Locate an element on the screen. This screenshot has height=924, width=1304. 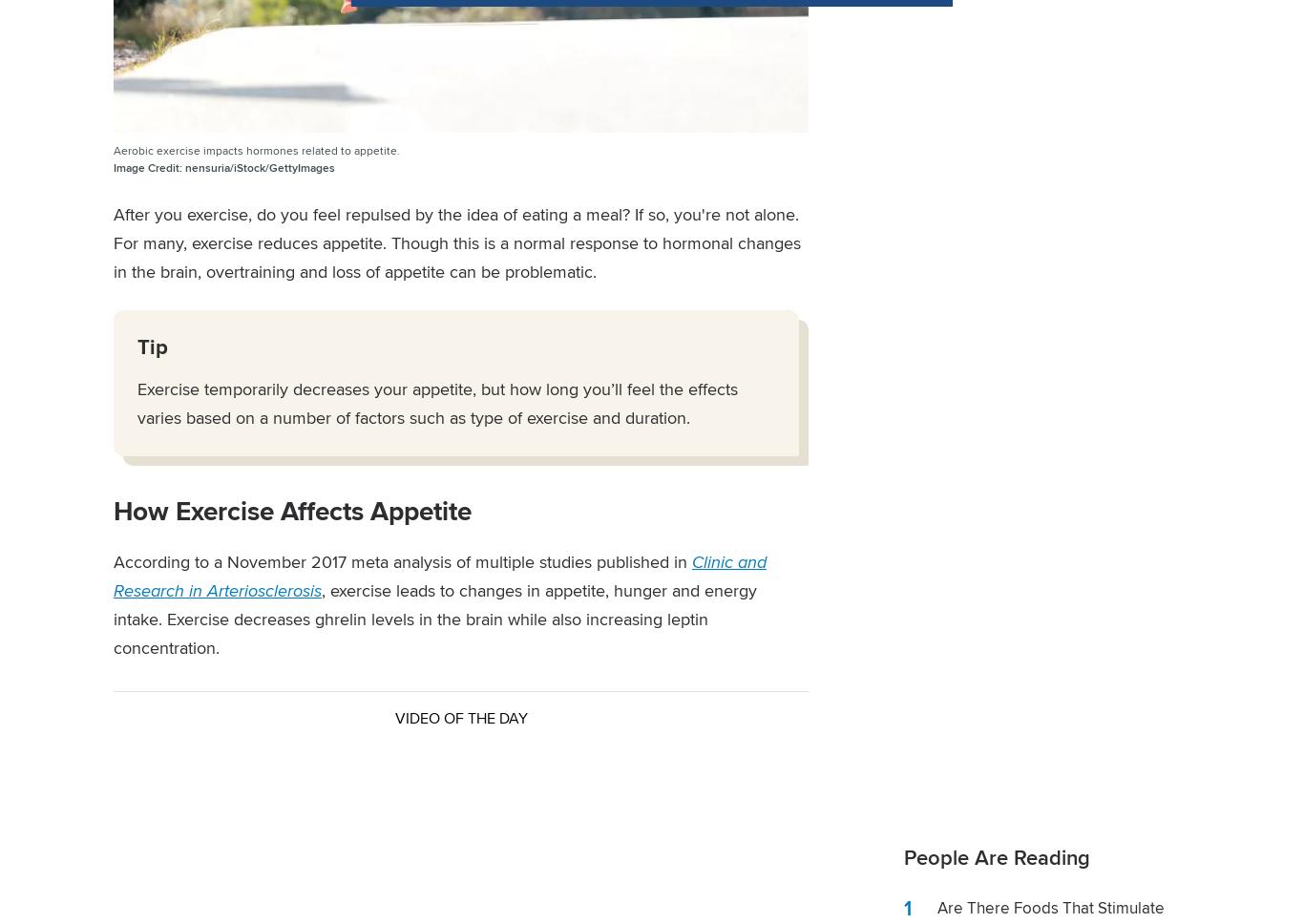
'People Are Reading' is located at coordinates (996, 857).